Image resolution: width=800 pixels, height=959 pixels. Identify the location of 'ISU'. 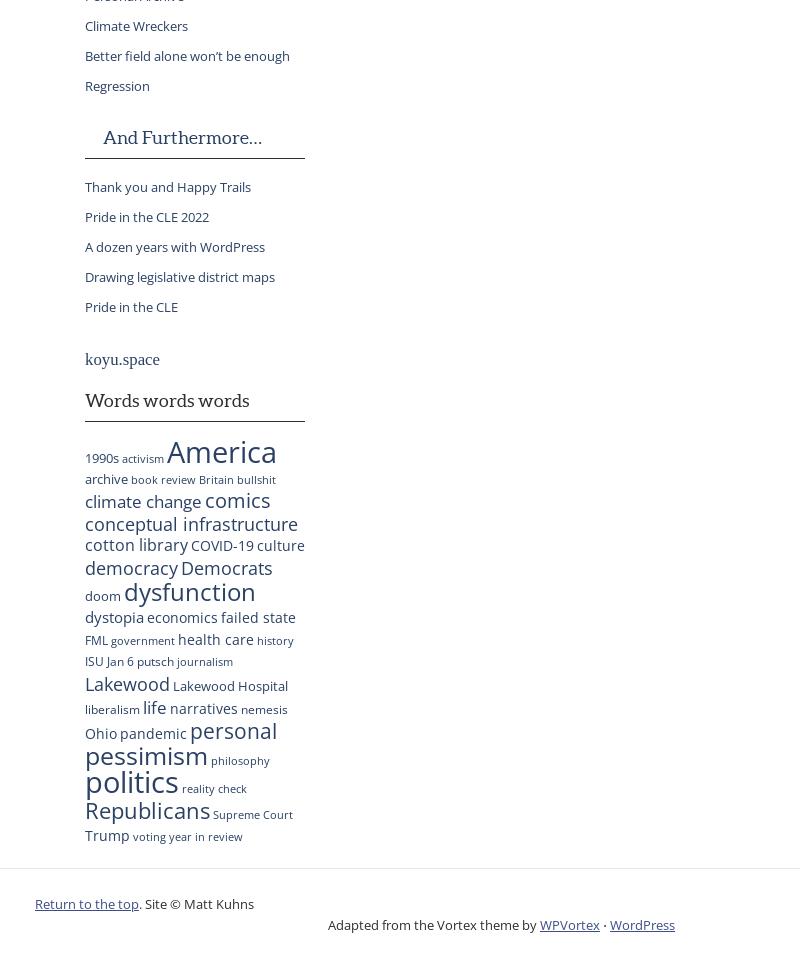
(94, 661).